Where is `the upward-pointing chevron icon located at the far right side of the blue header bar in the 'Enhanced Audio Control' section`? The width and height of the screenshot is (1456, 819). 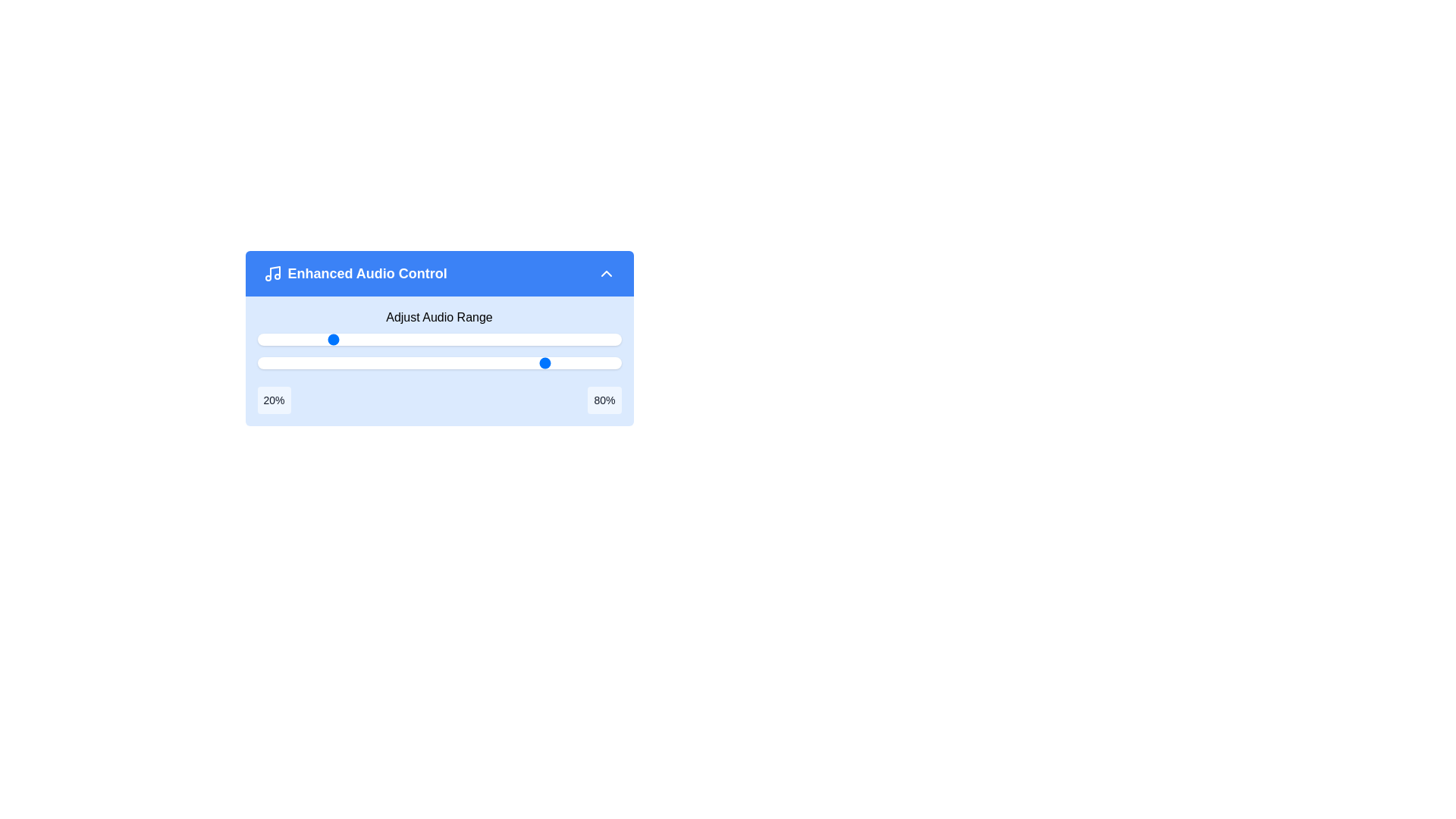
the upward-pointing chevron icon located at the far right side of the blue header bar in the 'Enhanced Audio Control' section is located at coordinates (605, 274).